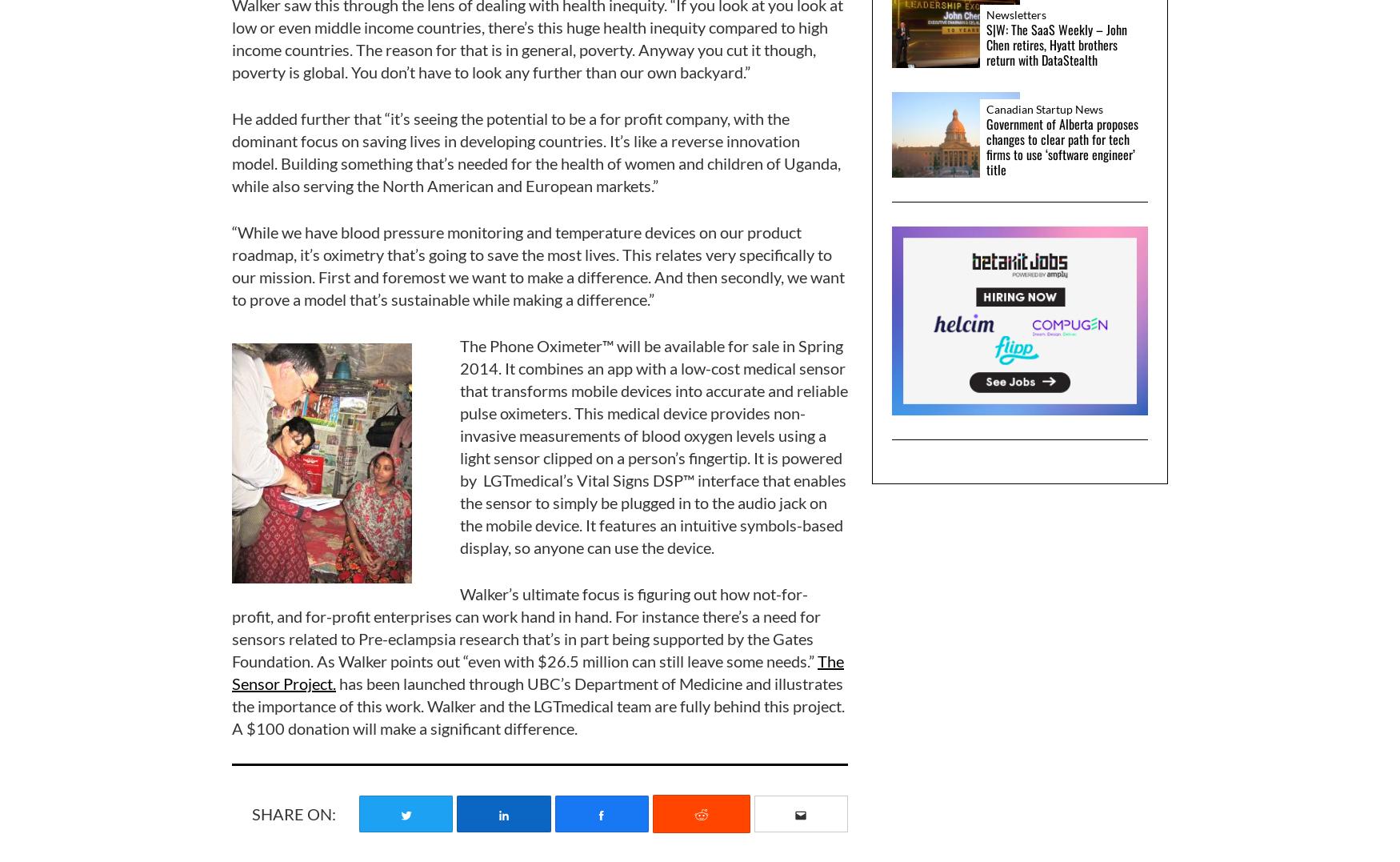 The image size is (1400, 862). What do you see at coordinates (986, 108) in the screenshot?
I see `'Canadian Startup News'` at bounding box center [986, 108].